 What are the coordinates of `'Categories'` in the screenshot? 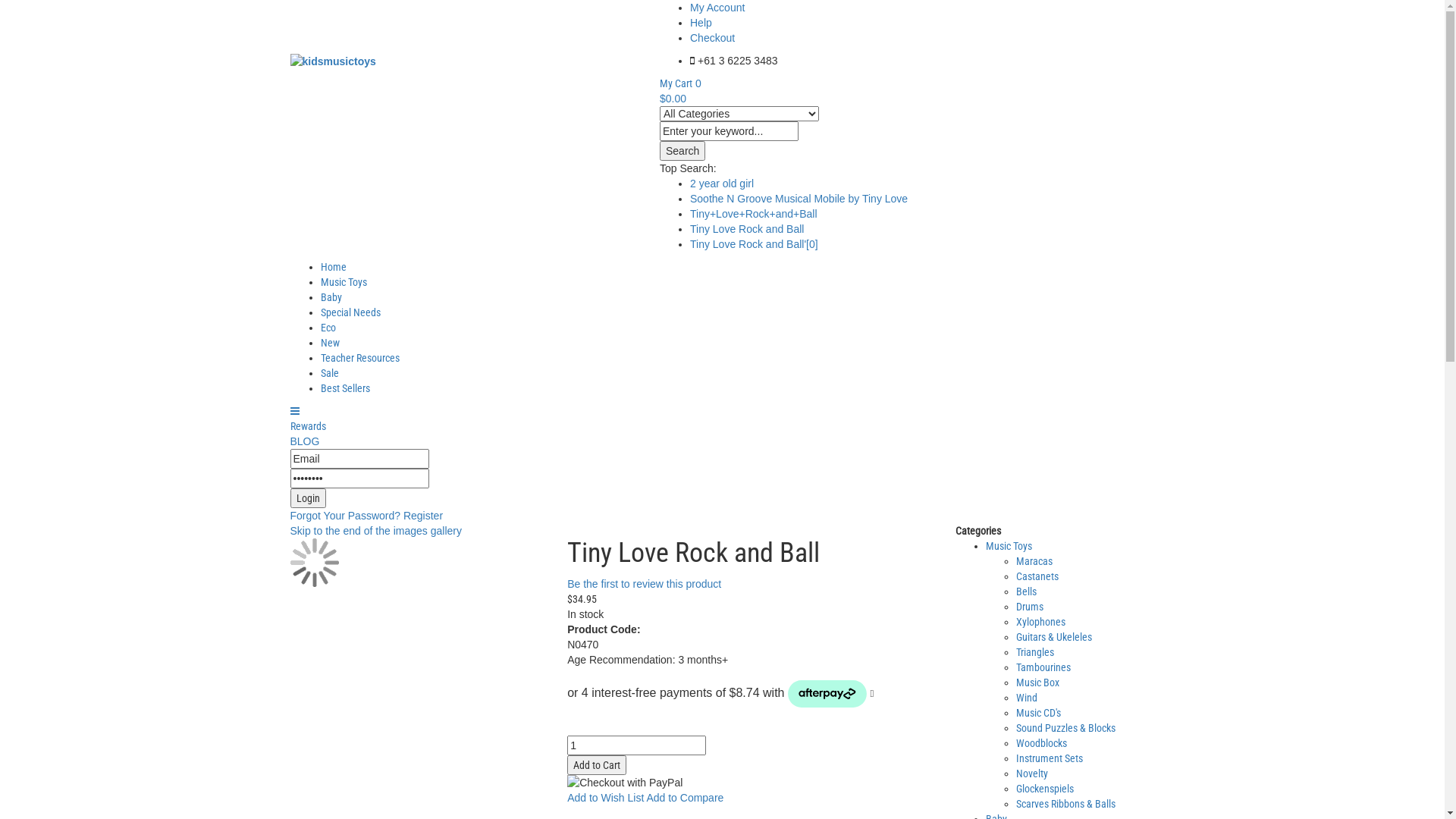 It's located at (290, 411).